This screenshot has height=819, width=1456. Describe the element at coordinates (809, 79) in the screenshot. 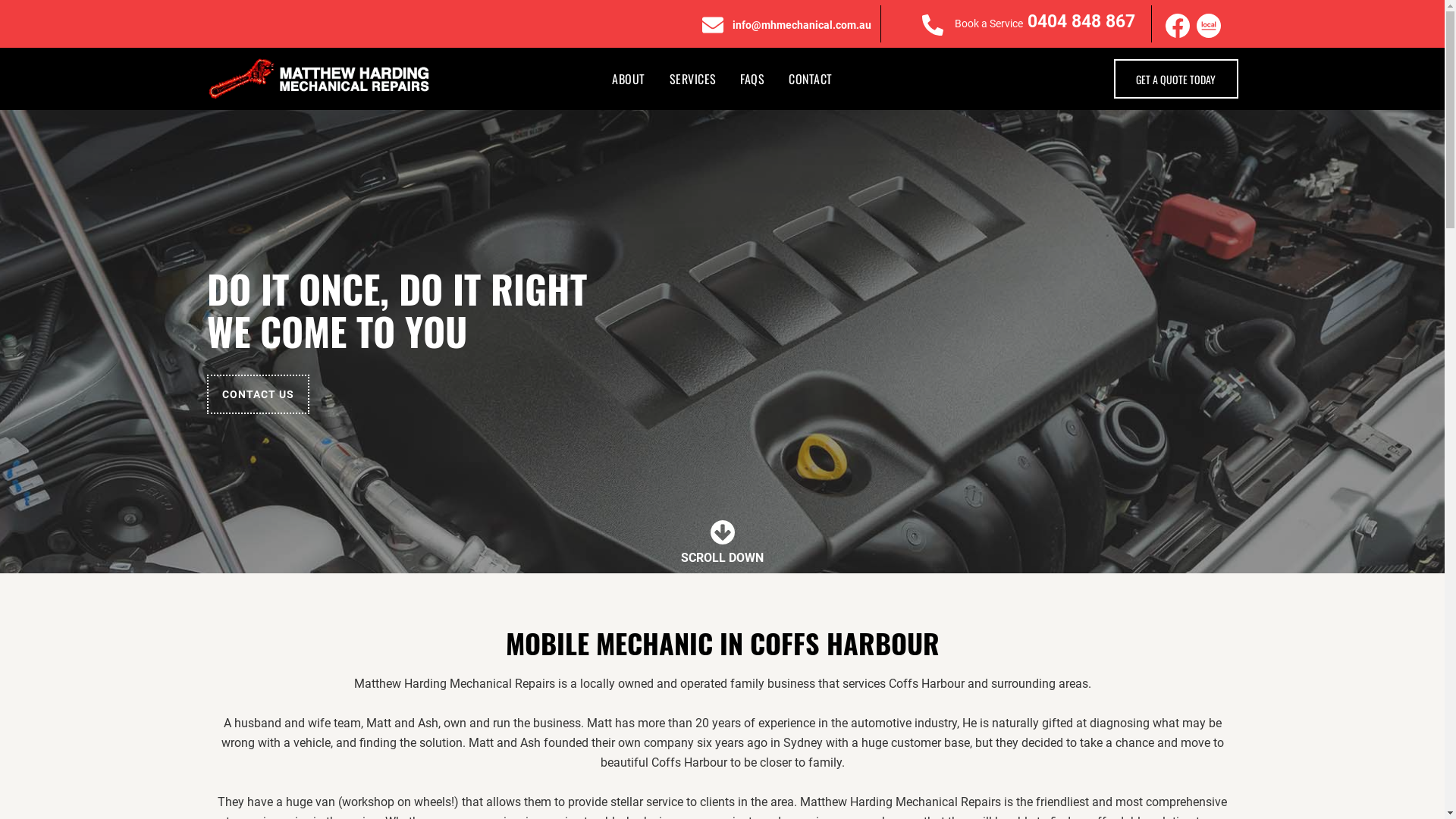

I see `'CONTACT'` at that location.